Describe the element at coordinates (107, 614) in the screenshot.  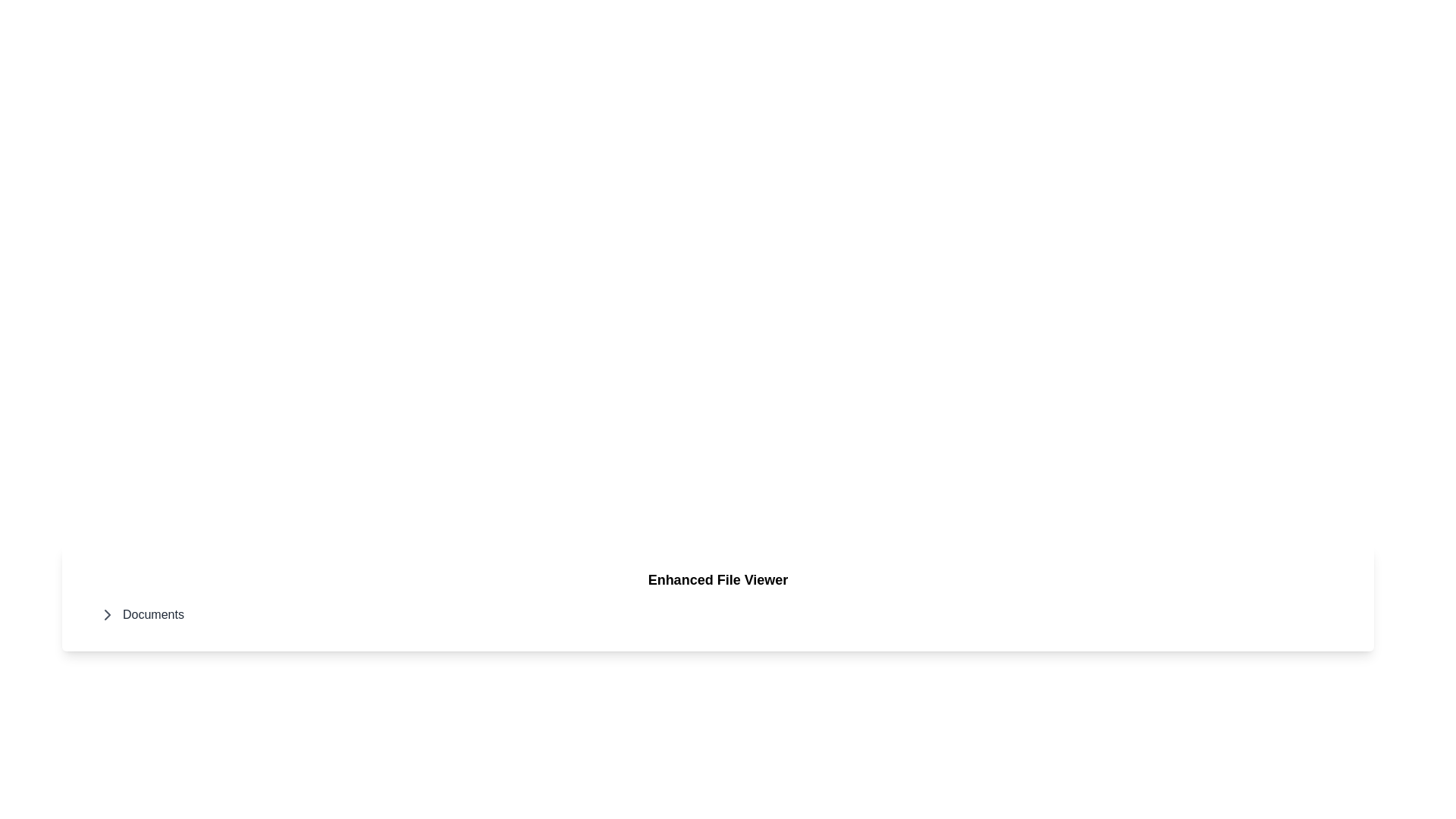
I see `the chevron icon located to the left of the 'Documents' text` at that location.